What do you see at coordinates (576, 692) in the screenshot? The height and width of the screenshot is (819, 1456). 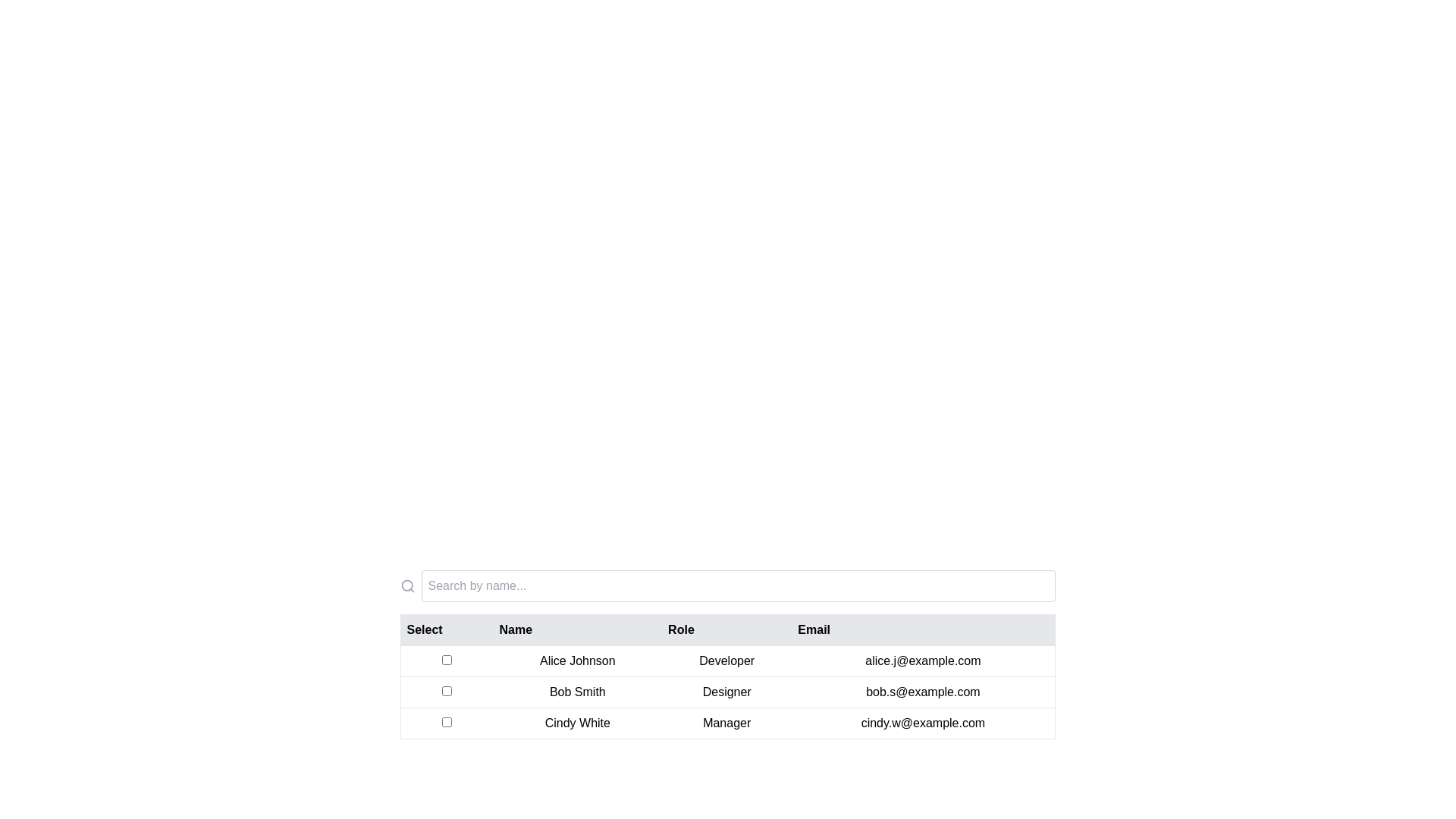 I see `on the text label displaying 'Bob Smith' located in the second row of the data table` at bounding box center [576, 692].